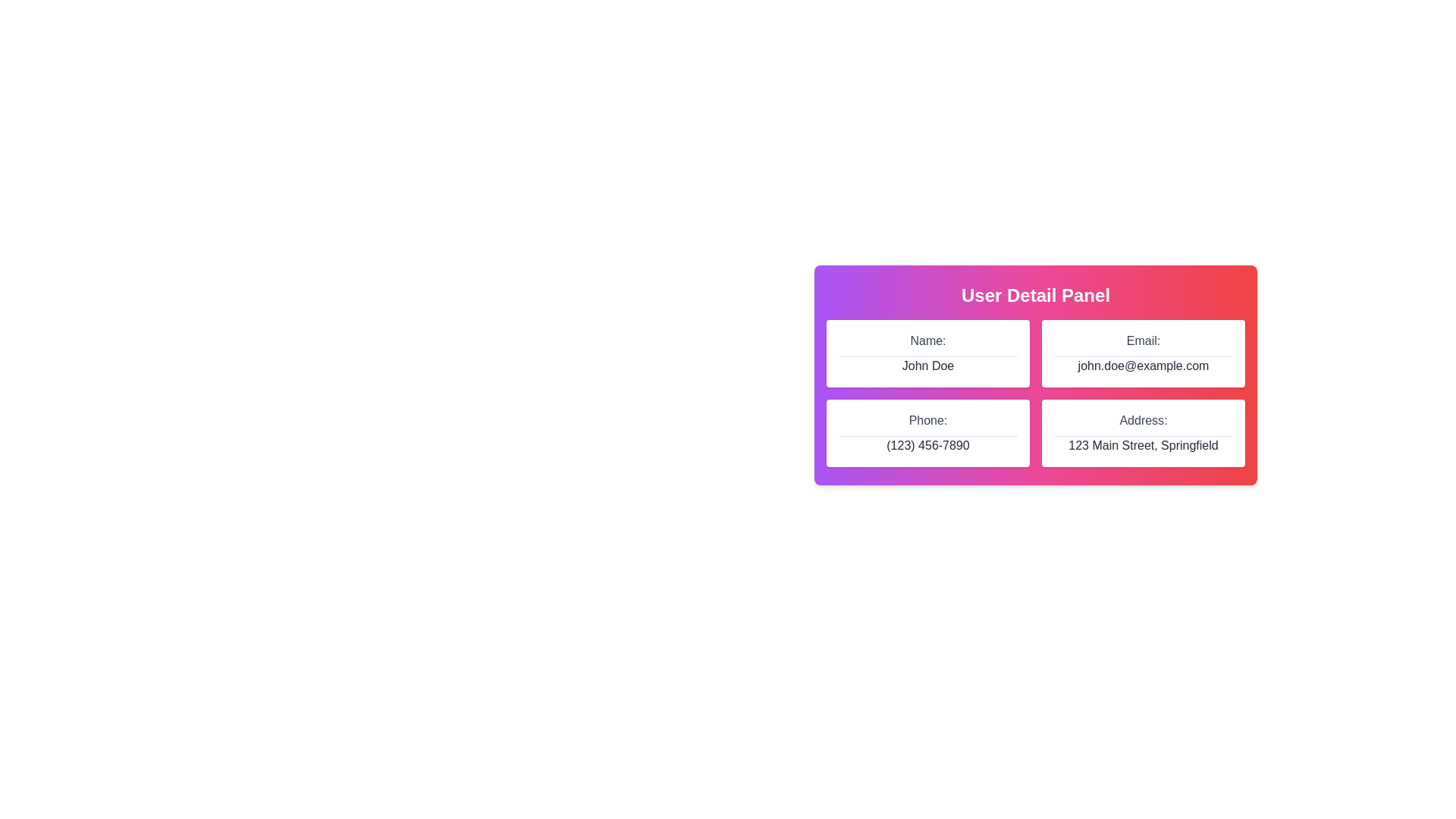 Image resolution: width=1456 pixels, height=819 pixels. Describe the element at coordinates (927, 433) in the screenshot. I see `the informational card displaying 'Phone:' and the number '(123) 456-7890' in the User Detail Panel, located in the third grid item` at that location.